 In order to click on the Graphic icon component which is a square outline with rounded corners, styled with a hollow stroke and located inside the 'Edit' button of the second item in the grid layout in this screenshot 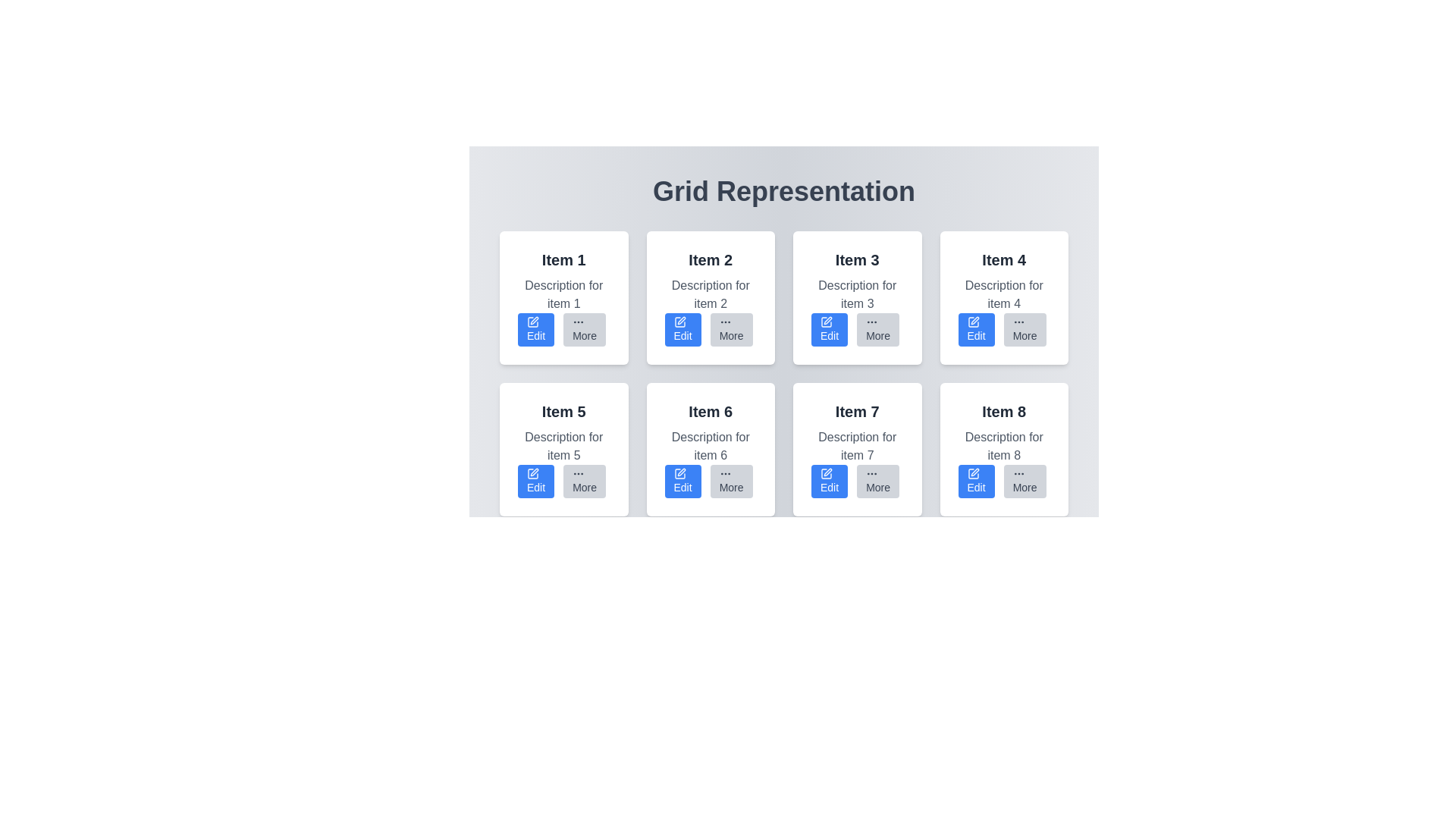, I will do `click(679, 321)`.